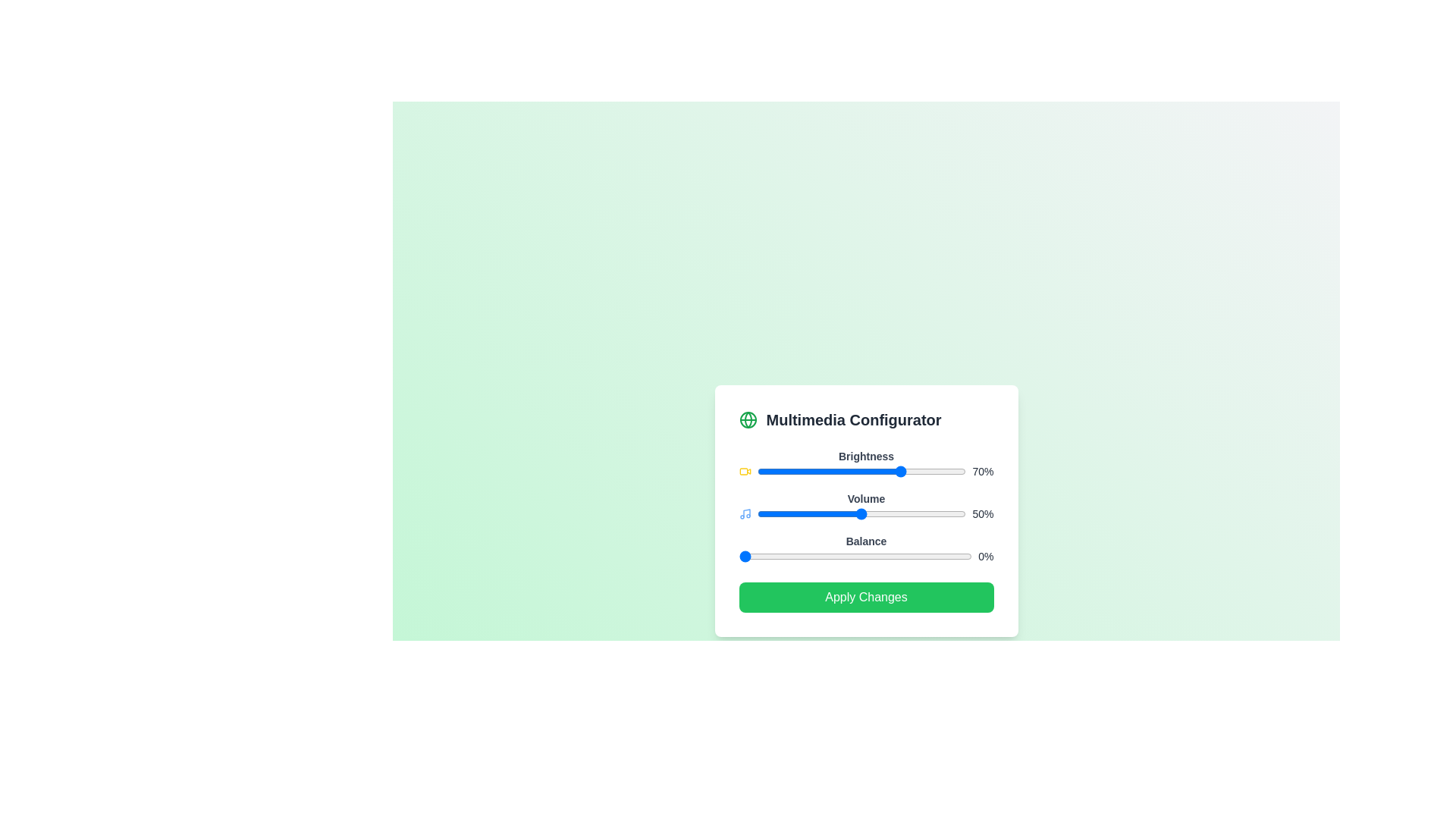 Image resolution: width=1456 pixels, height=819 pixels. Describe the element at coordinates (745, 470) in the screenshot. I see `the icon next to the Brightness slider to inspect its context` at that location.